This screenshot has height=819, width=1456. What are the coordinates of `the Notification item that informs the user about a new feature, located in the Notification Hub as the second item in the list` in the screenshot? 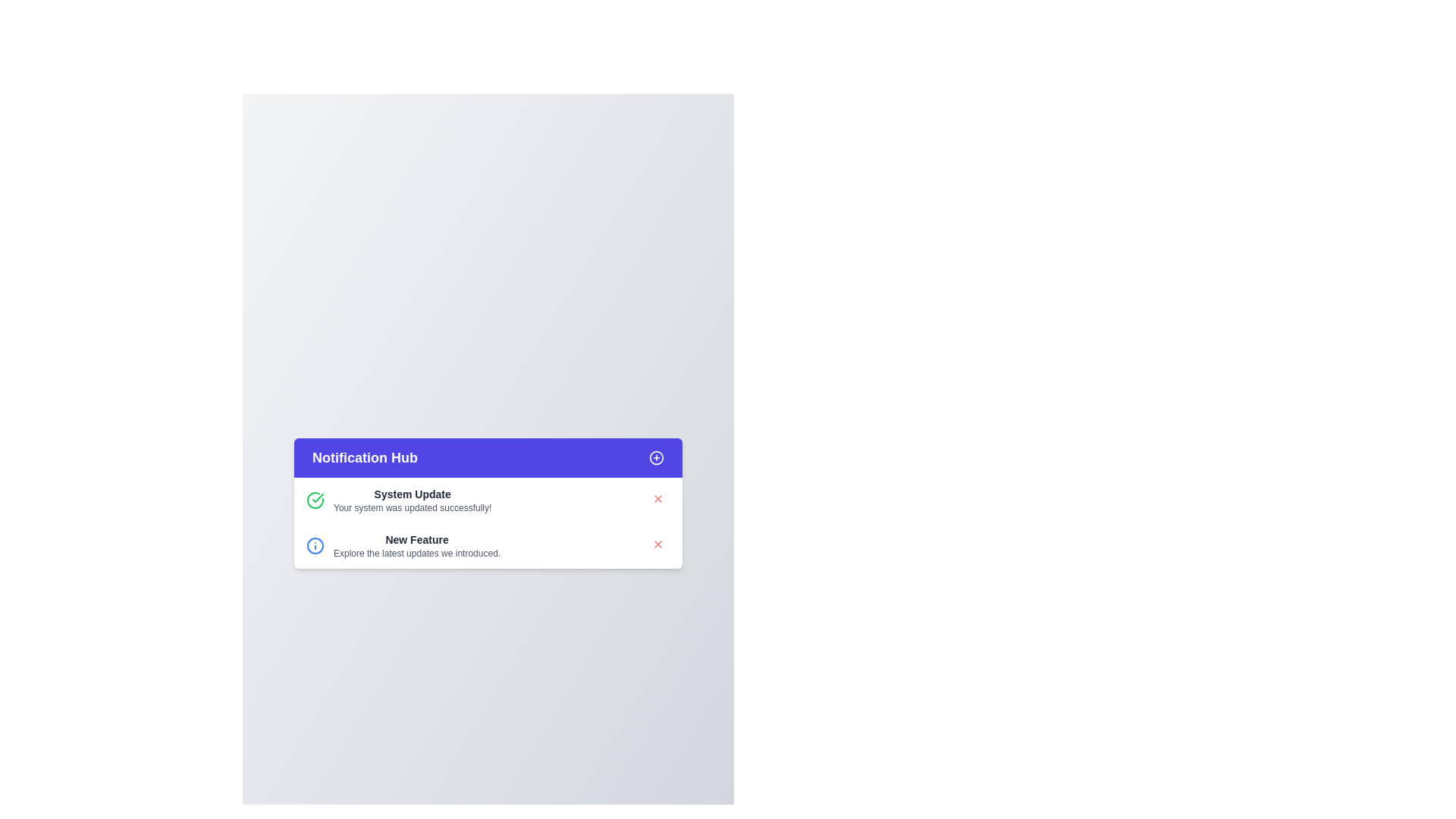 It's located at (403, 546).